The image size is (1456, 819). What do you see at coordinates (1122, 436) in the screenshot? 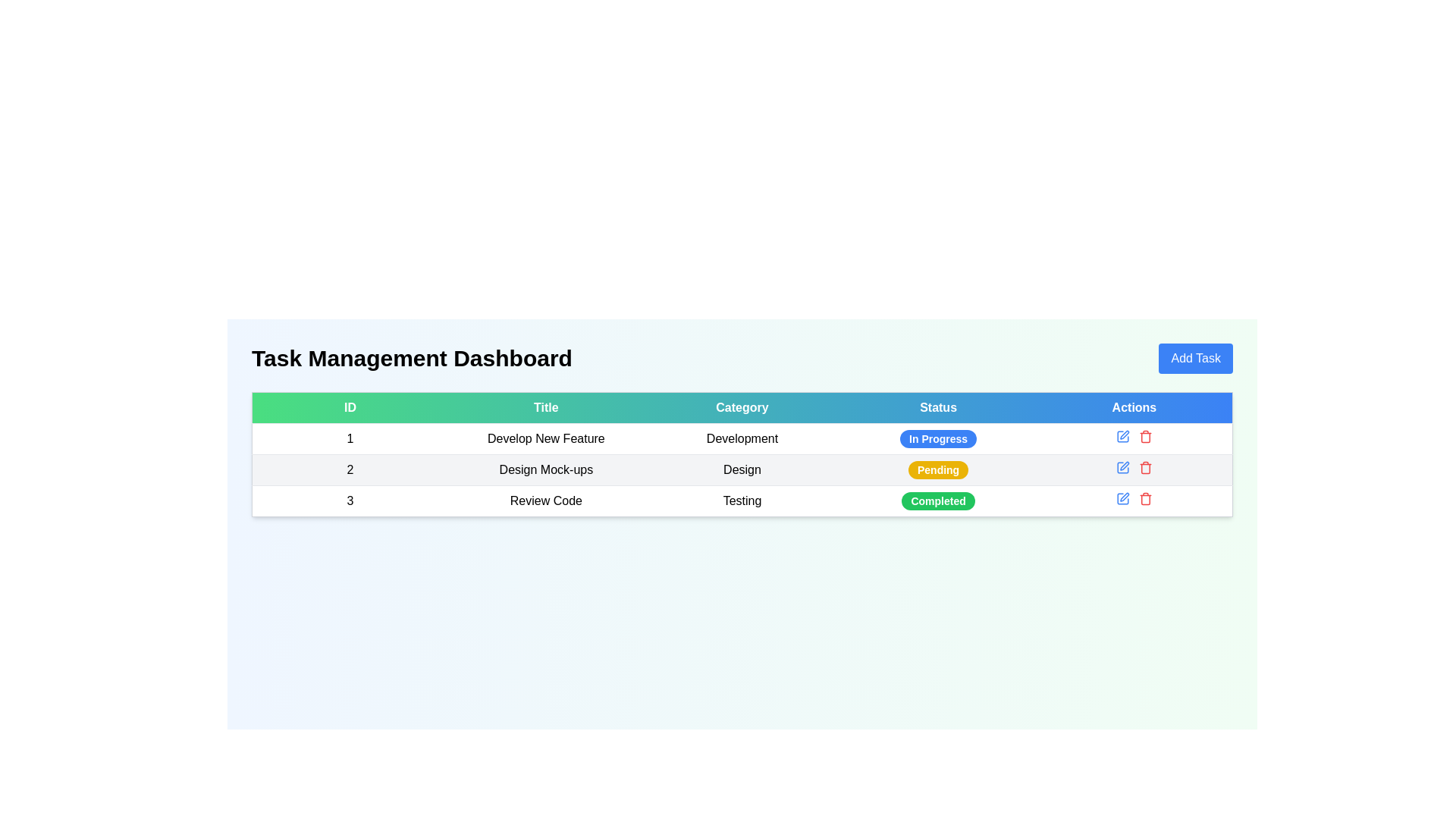
I see `the pen icon button in the 'Actions' column of the table` at bounding box center [1122, 436].